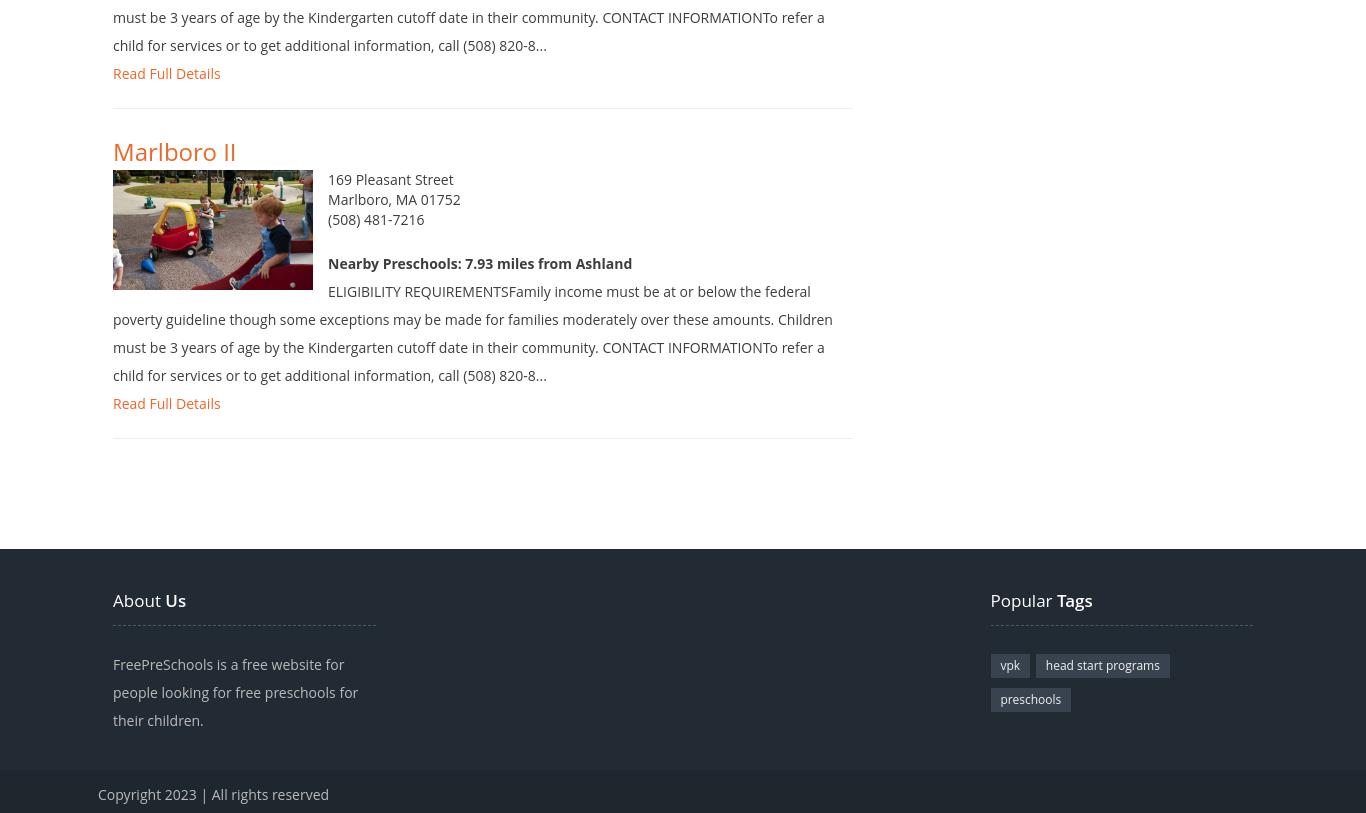 The width and height of the screenshot is (1366, 813). Describe the element at coordinates (1010, 695) in the screenshot. I see `'vpk'` at that location.